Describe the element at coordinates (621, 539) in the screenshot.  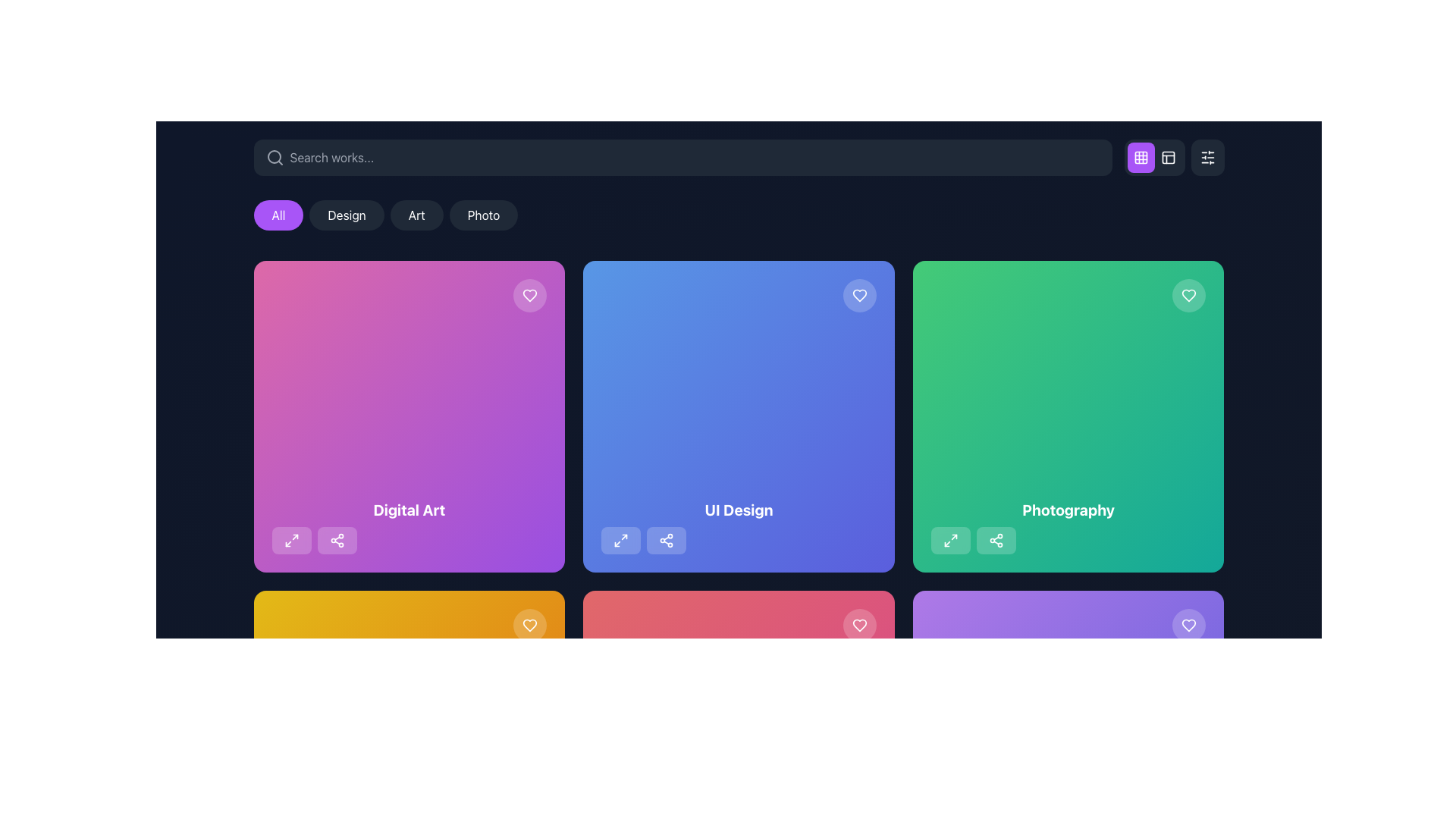
I see `the leftmost button in the group below the blue card titled 'UI Design'` at that location.